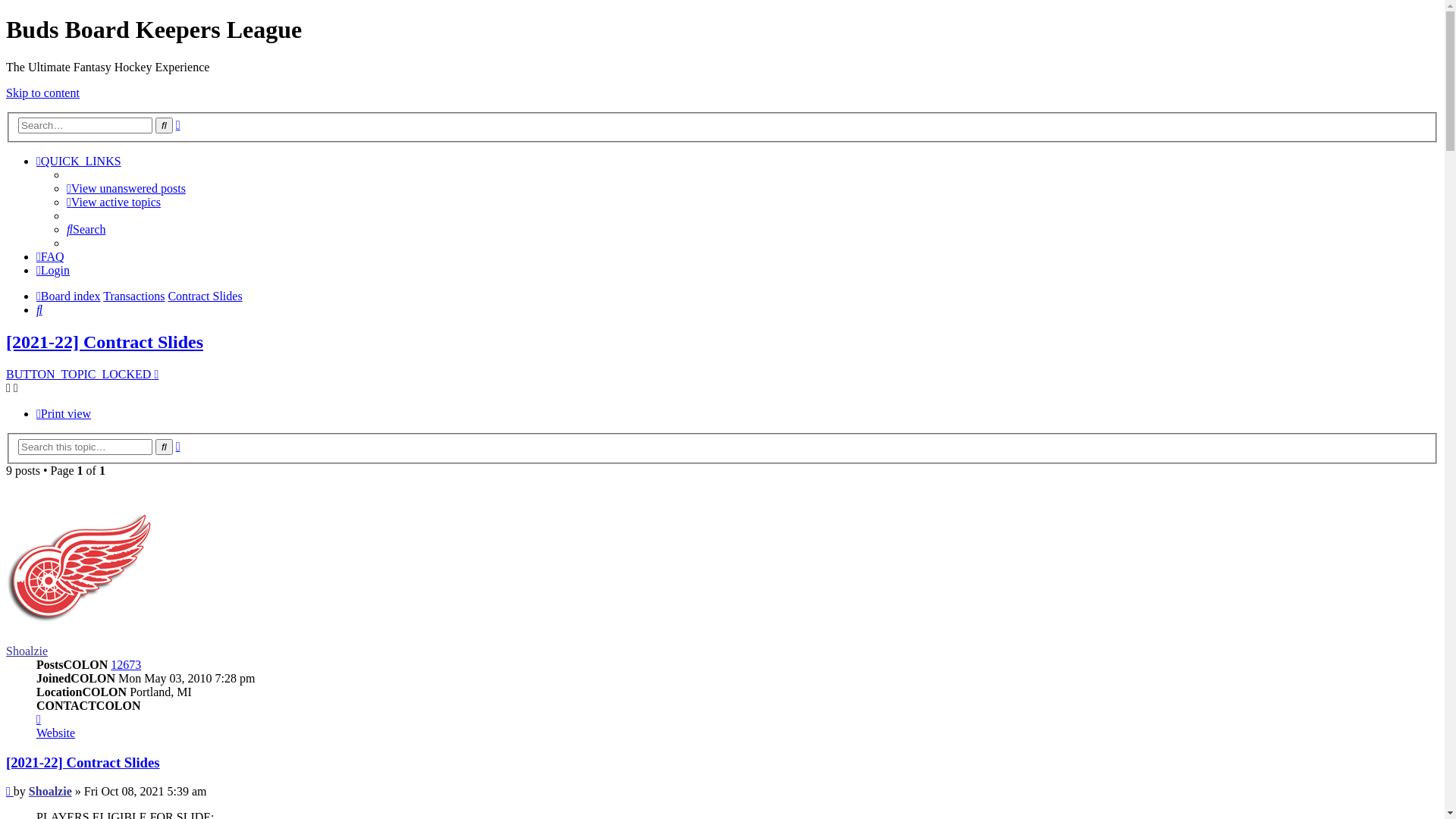 The width and height of the screenshot is (1456, 819). What do you see at coordinates (178, 124) in the screenshot?
I see `'Advanced search'` at bounding box center [178, 124].